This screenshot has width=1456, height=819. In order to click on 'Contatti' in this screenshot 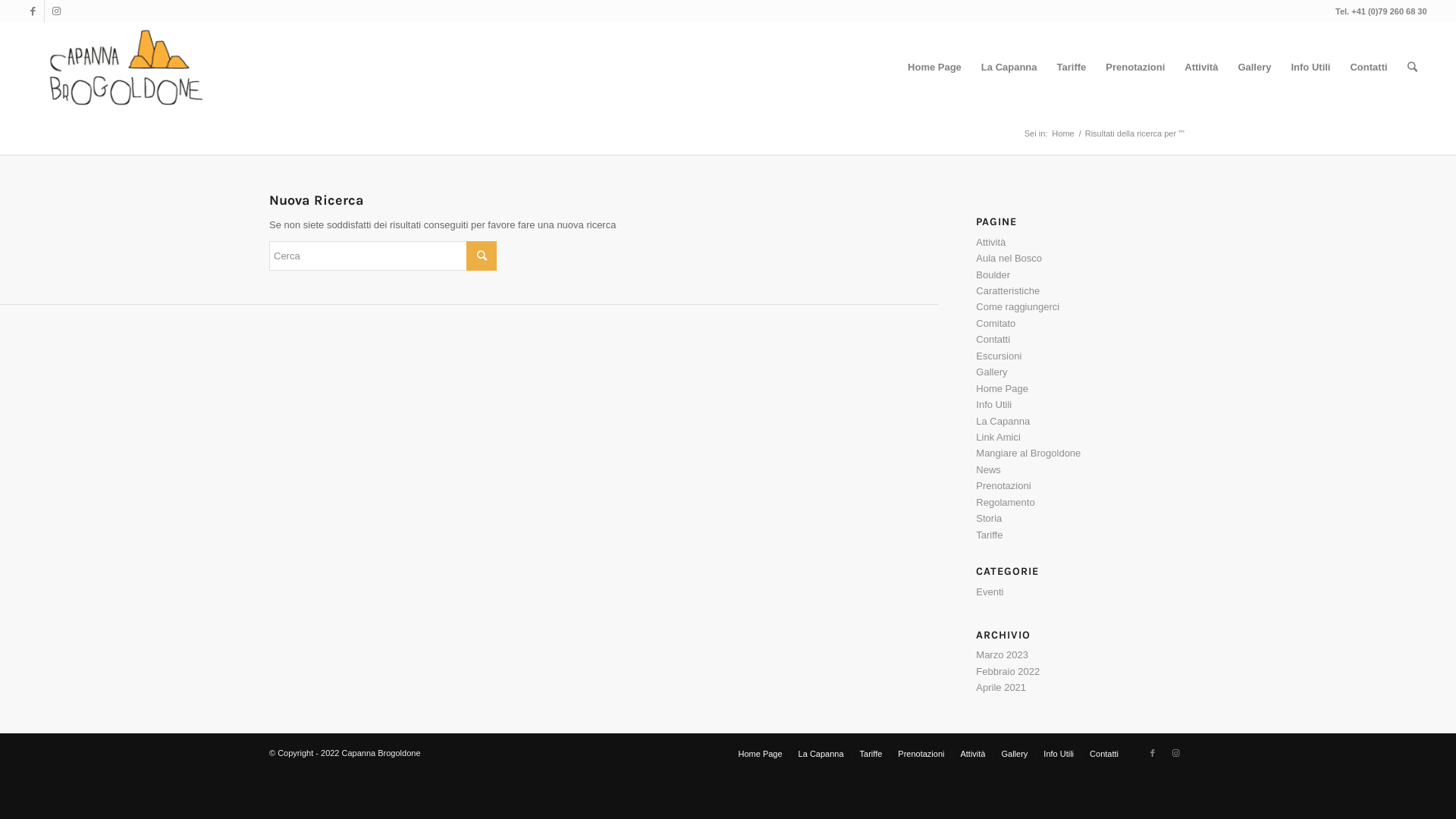, I will do `click(1103, 754)`.